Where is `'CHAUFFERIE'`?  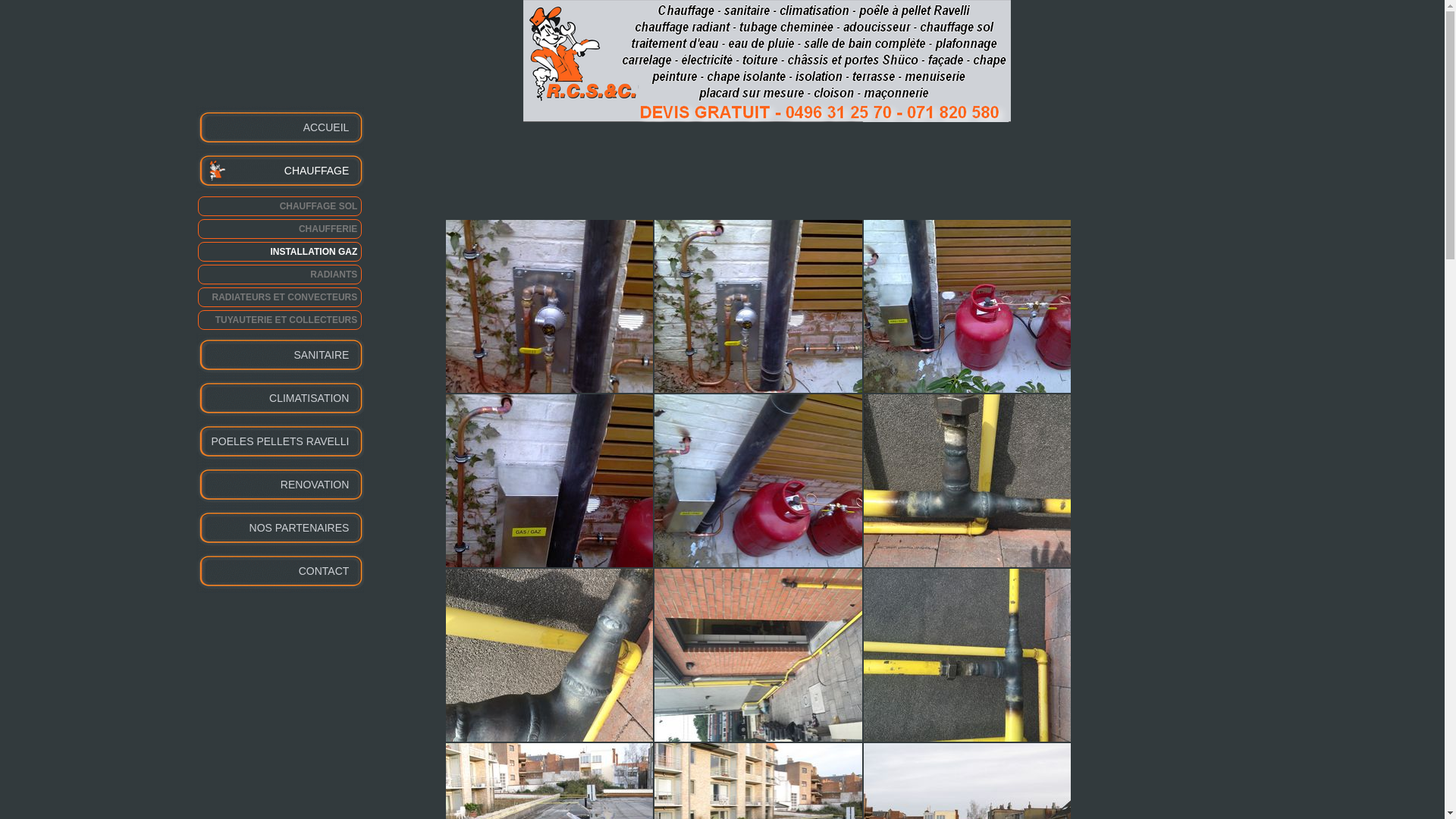 'CHAUFFERIE' is located at coordinates (279, 228).